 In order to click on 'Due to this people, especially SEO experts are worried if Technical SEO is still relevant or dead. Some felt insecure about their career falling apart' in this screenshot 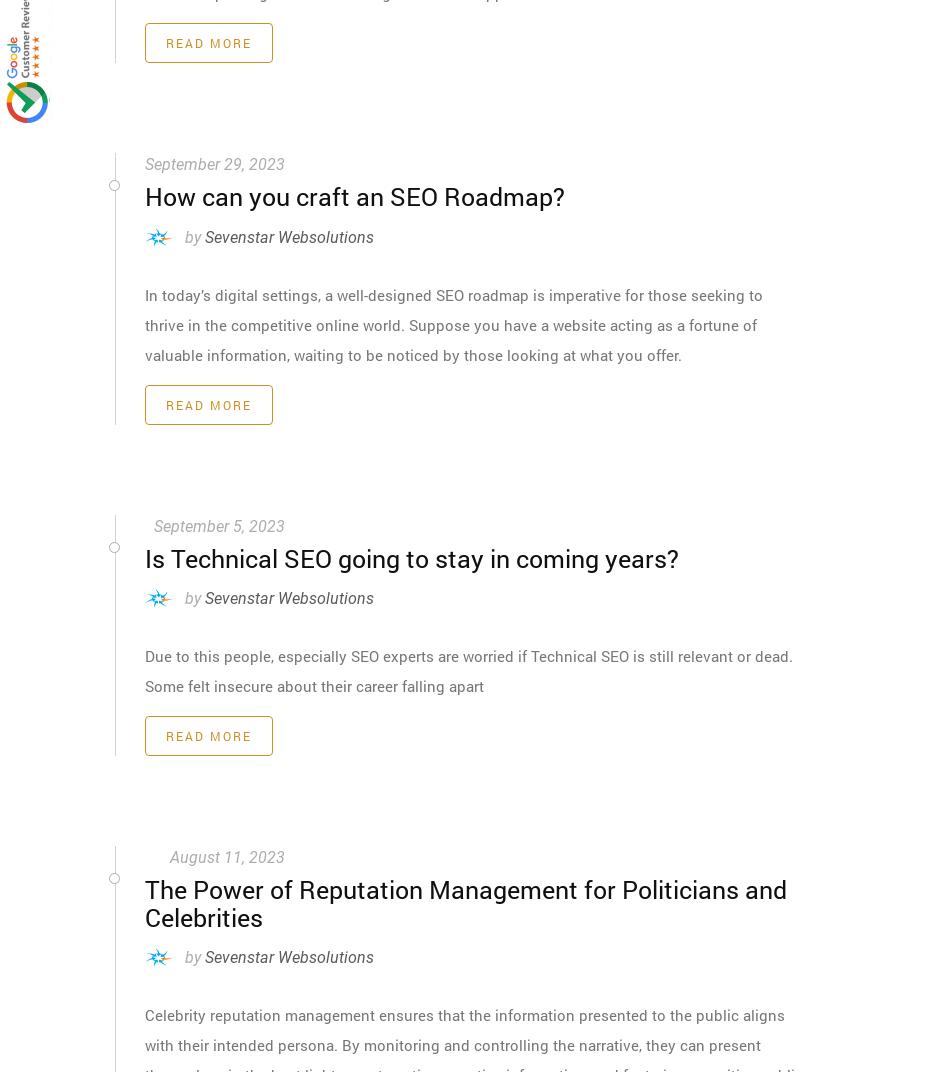, I will do `click(468, 670)`.